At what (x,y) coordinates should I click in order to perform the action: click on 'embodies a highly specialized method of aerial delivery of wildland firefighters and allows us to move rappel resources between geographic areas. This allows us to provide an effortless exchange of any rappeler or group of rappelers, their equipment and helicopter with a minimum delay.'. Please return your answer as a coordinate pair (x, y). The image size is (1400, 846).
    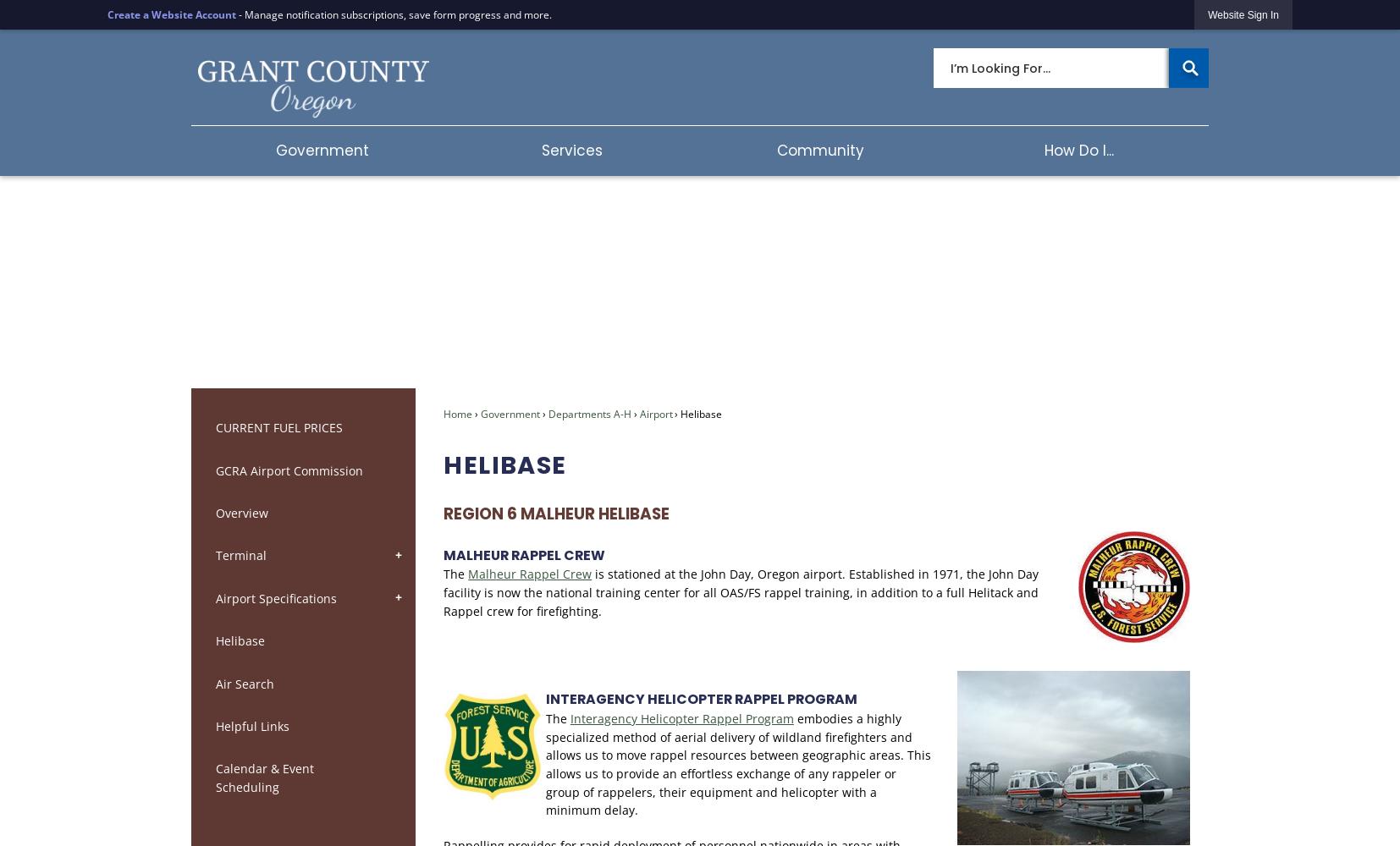
    Looking at the image, I should click on (736, 764).